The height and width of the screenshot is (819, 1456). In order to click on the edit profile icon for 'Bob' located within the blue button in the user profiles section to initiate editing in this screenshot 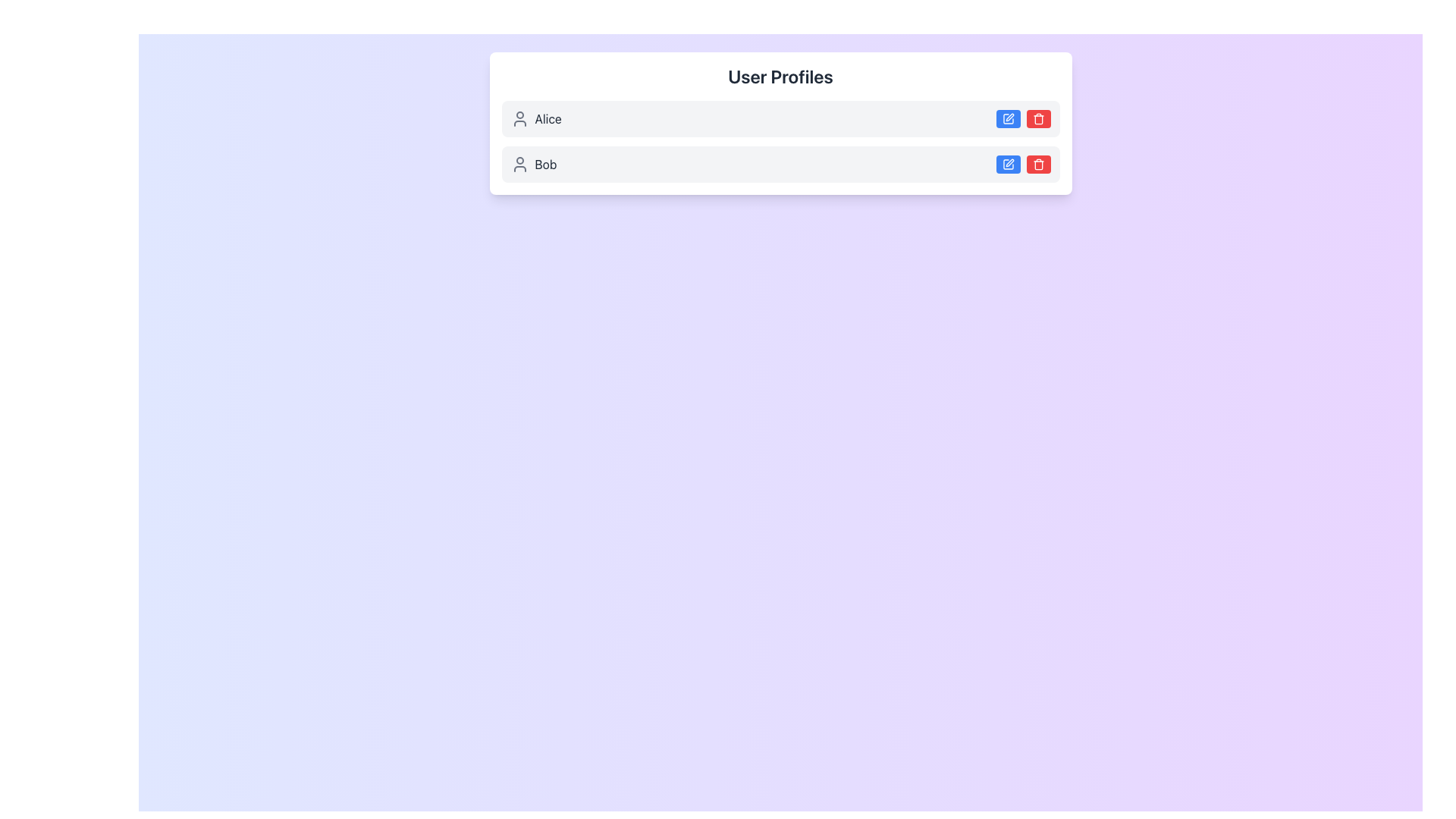, I will do `click(1009, 163)`.